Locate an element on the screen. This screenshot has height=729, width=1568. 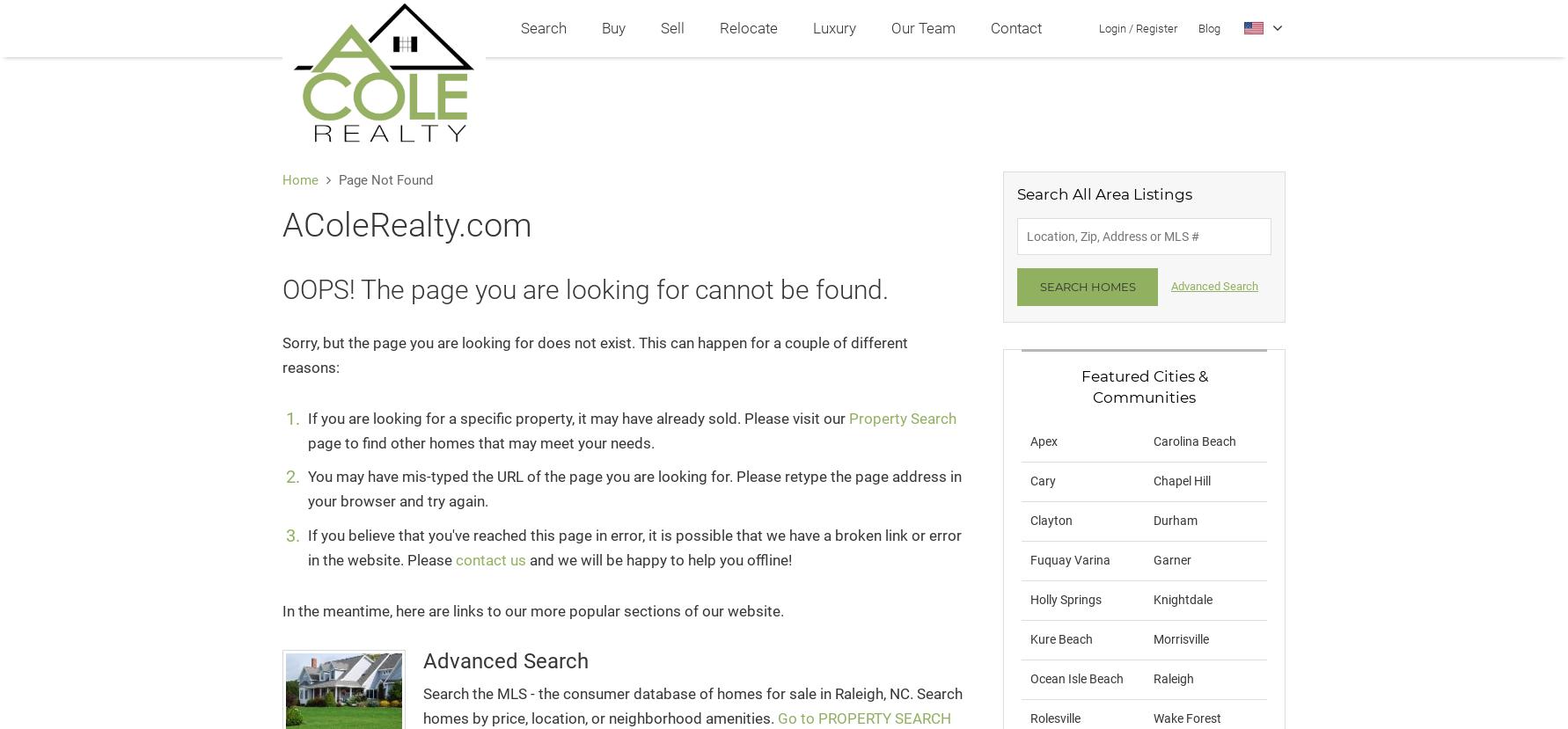
'Buy' is located at coordinates (612, 27).